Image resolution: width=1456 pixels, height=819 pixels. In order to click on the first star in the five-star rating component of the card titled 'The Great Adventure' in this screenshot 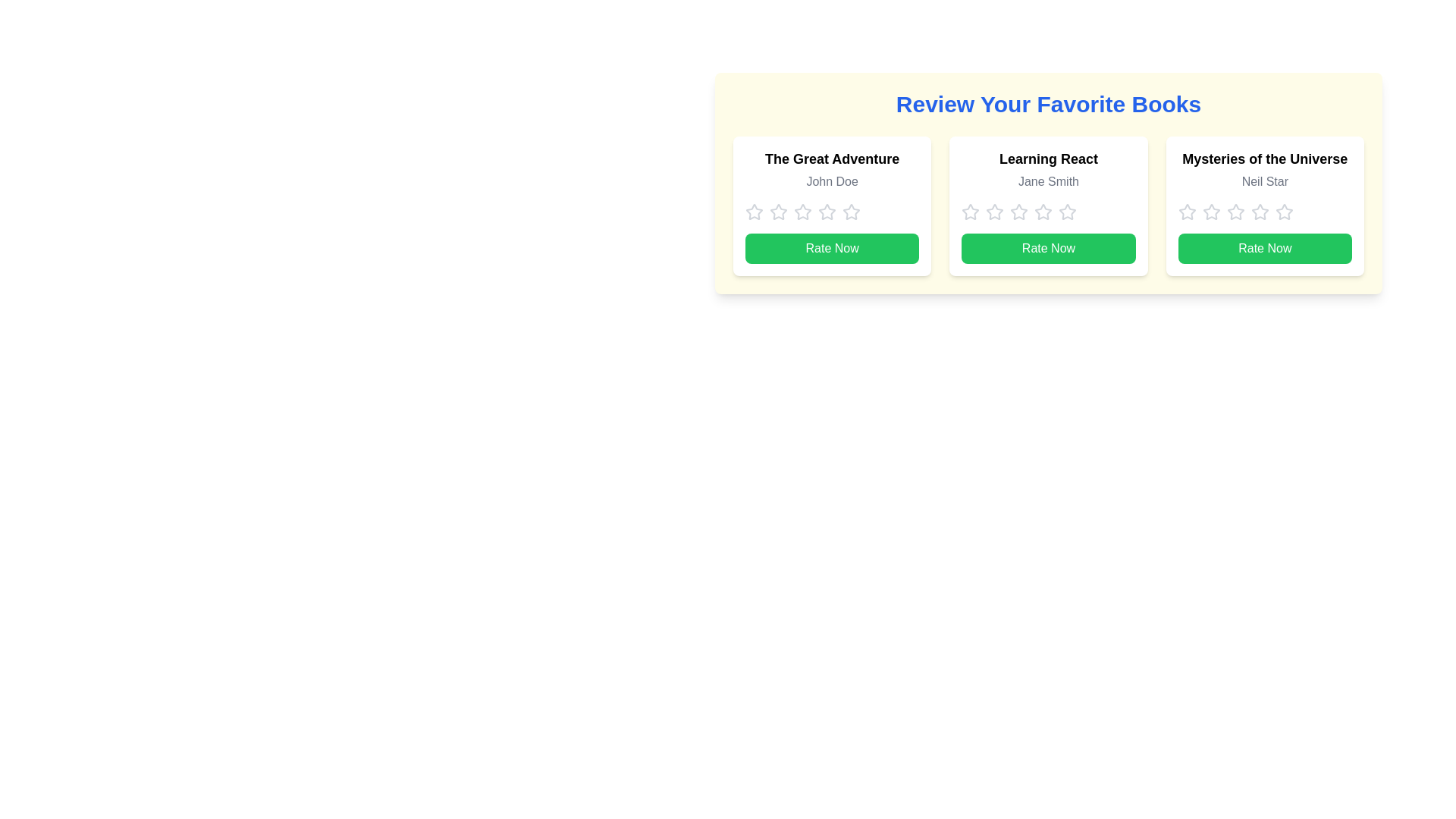, I will do `click(754, 212)`.